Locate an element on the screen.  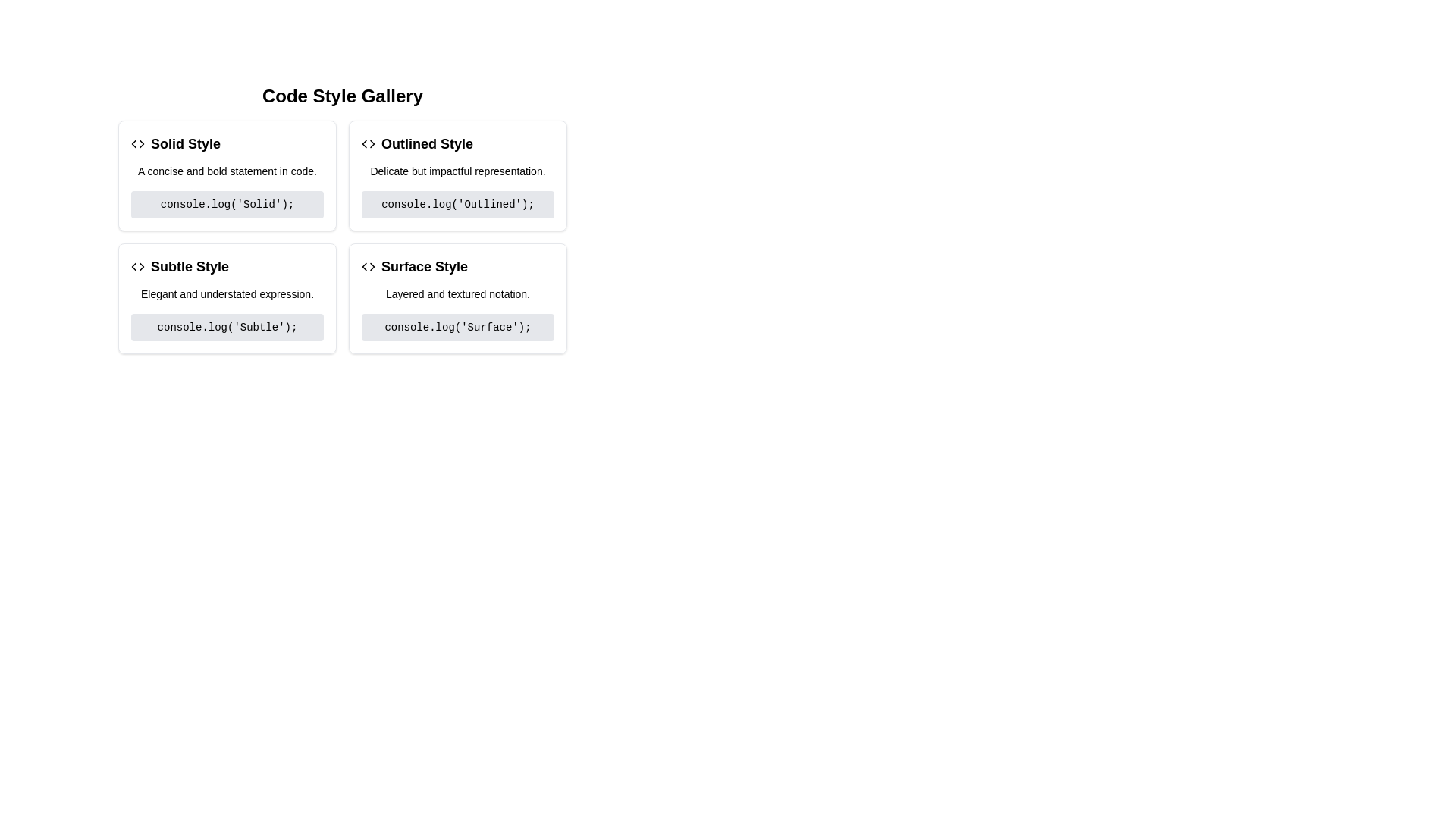
the left-pointing arrow icon, which is styled with simplicity and outlined strokes, located in the 'Outlined Style' section of the interface is located at coordinates (364, 143).